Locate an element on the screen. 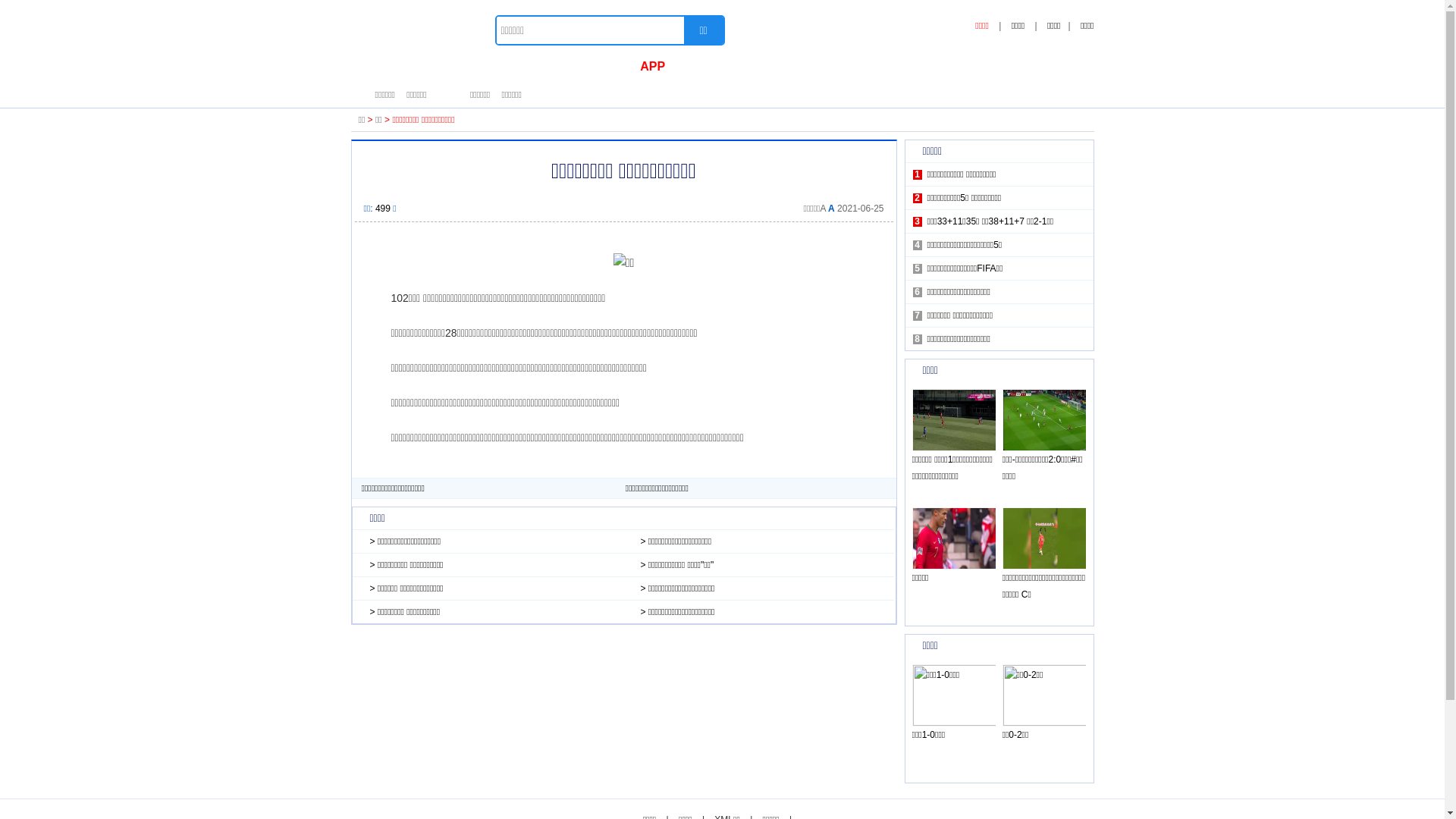  'APP' is located at coordinates (652, 66).